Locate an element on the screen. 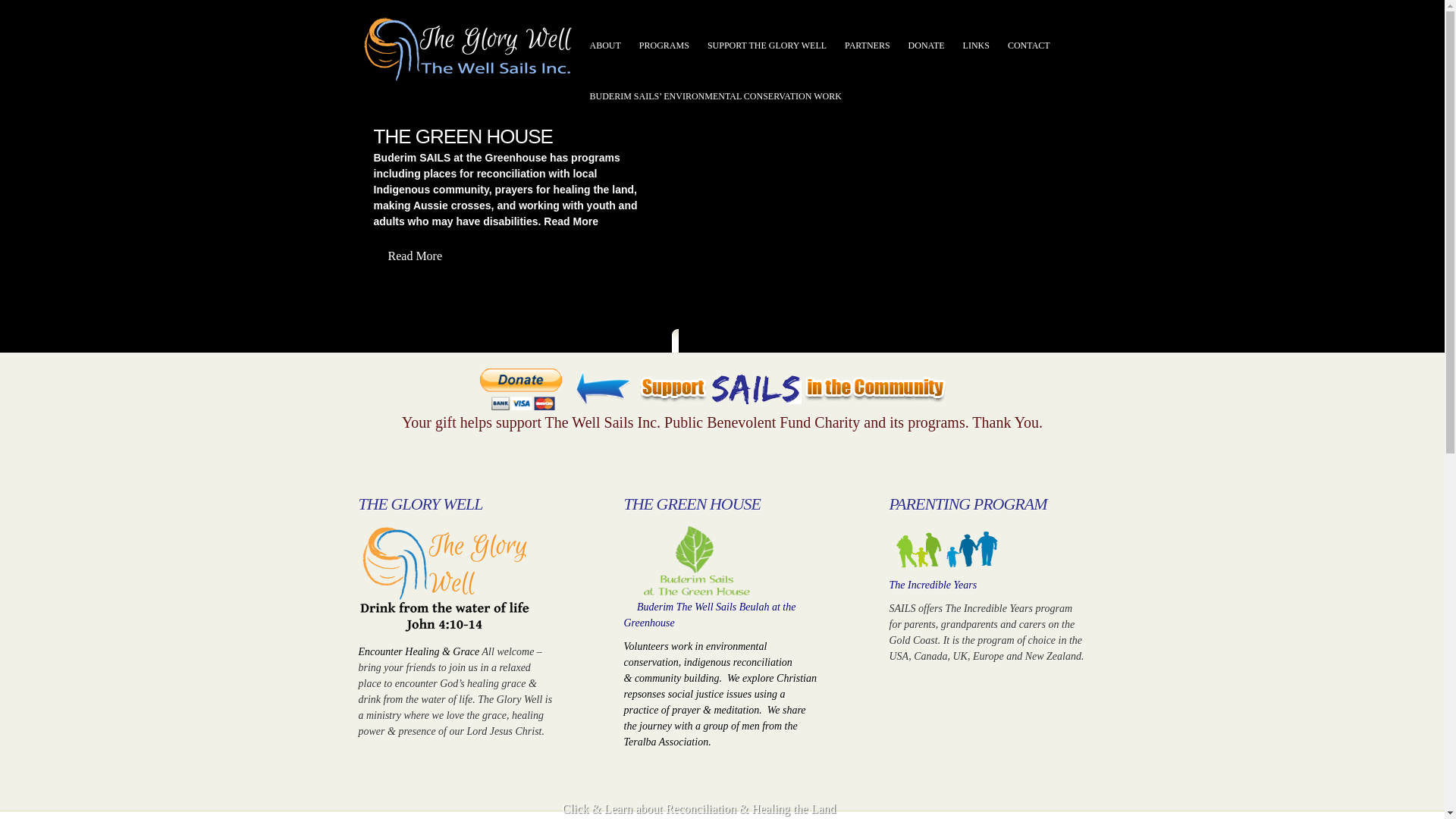  'LINKS' is located at coordinates (976, 45).